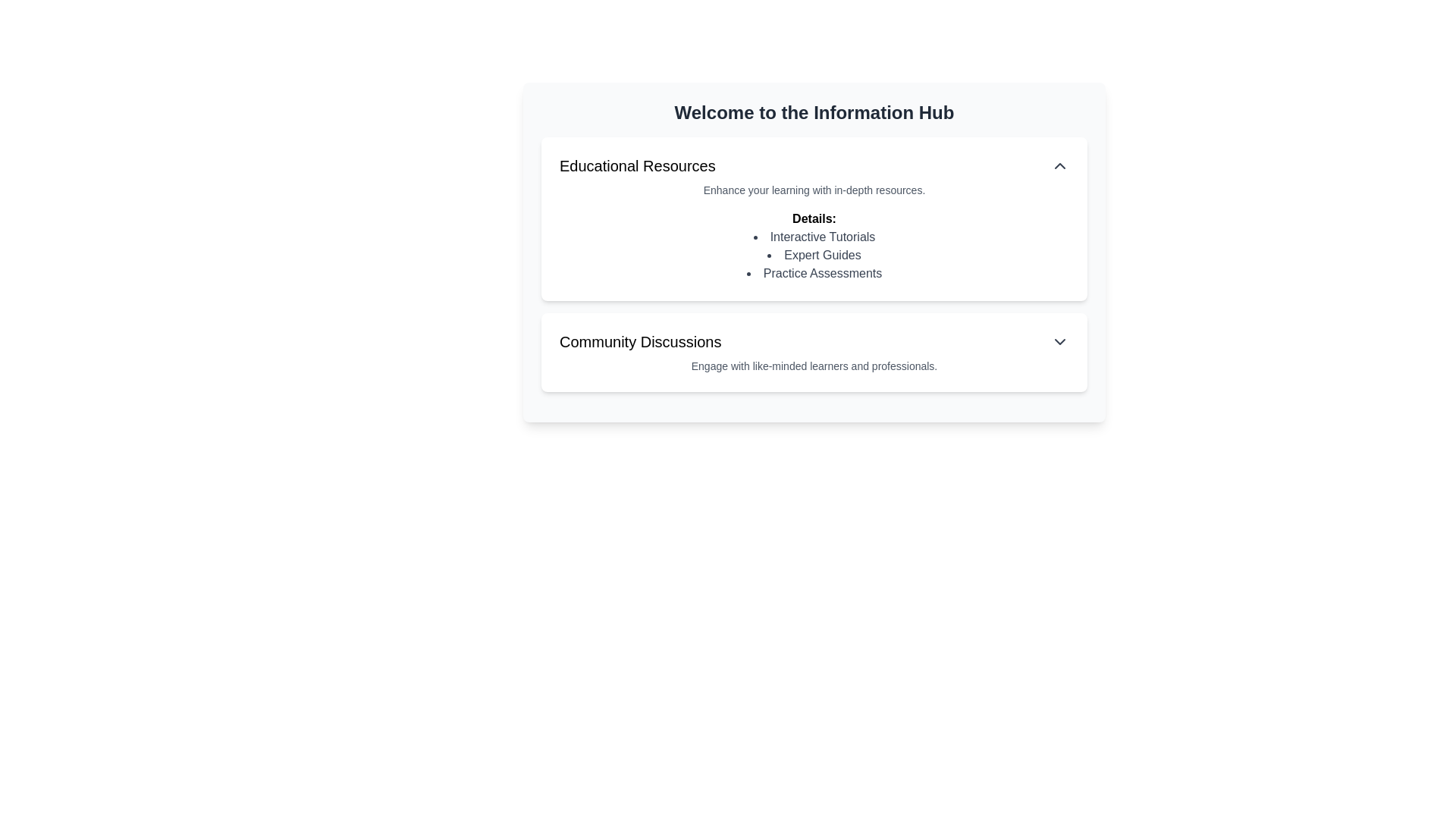 This screenshot has height=819, width=1456. I want to click on the 'Community Discussions' dropdown trigger element, which is located in the second card below the main title 'Welcome to the Information Hub.', so click(814, 342).